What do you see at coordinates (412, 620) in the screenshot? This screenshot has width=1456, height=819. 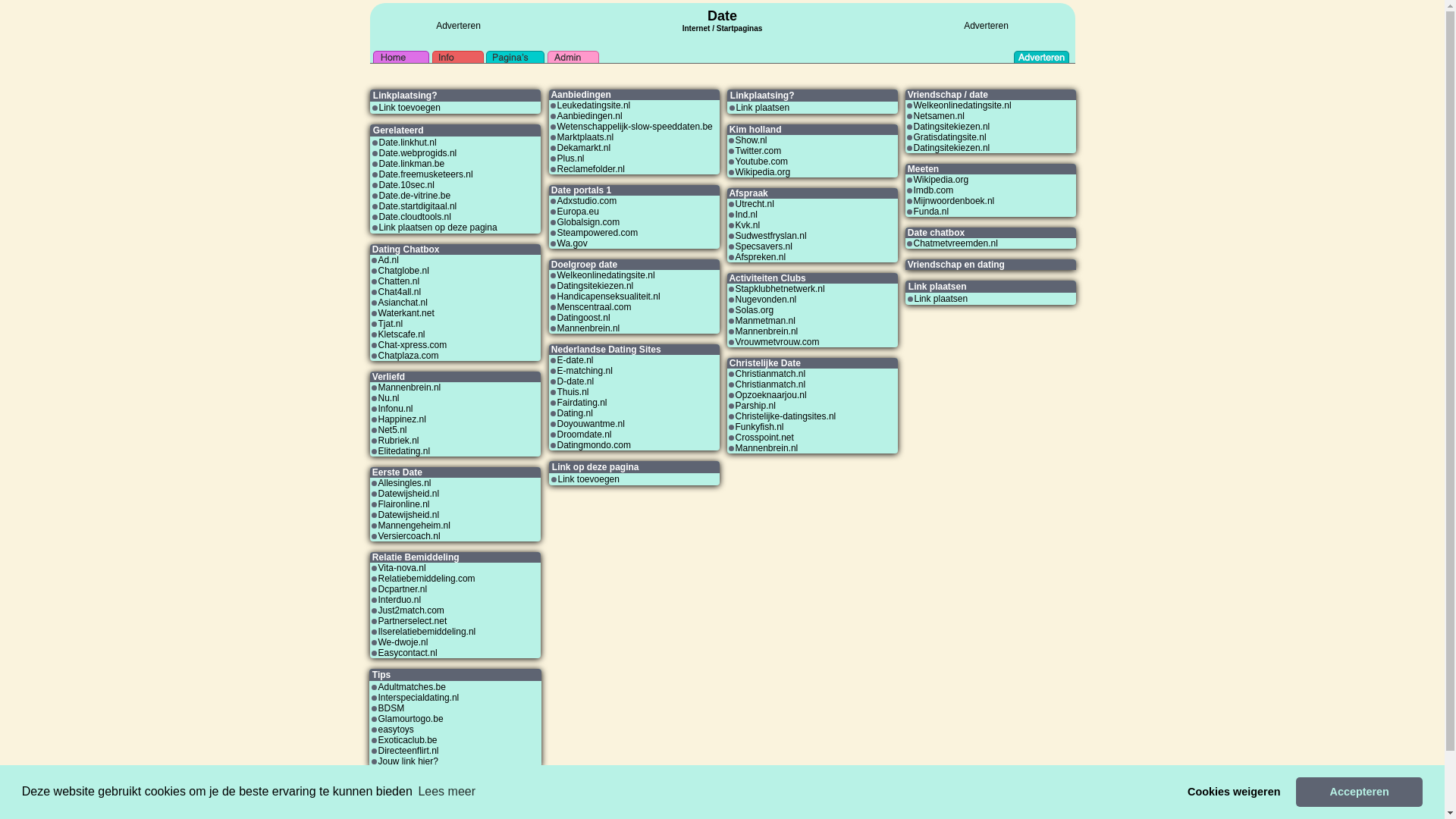 I see `'Partnerselect.net'` at bounding box center [412, 620].